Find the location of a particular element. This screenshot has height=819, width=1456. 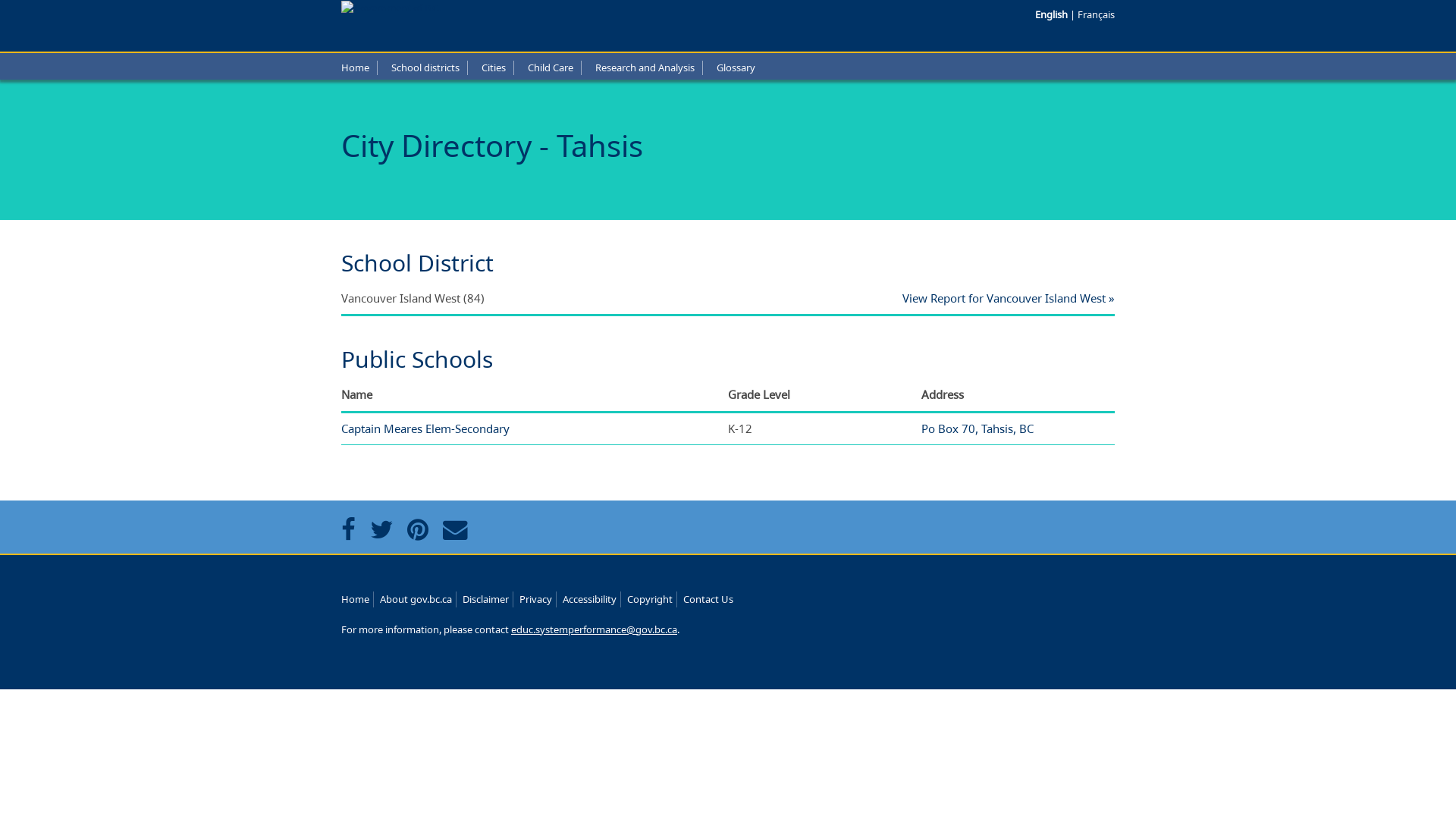

'Disclaimer' is located at coordinates (485, 598).